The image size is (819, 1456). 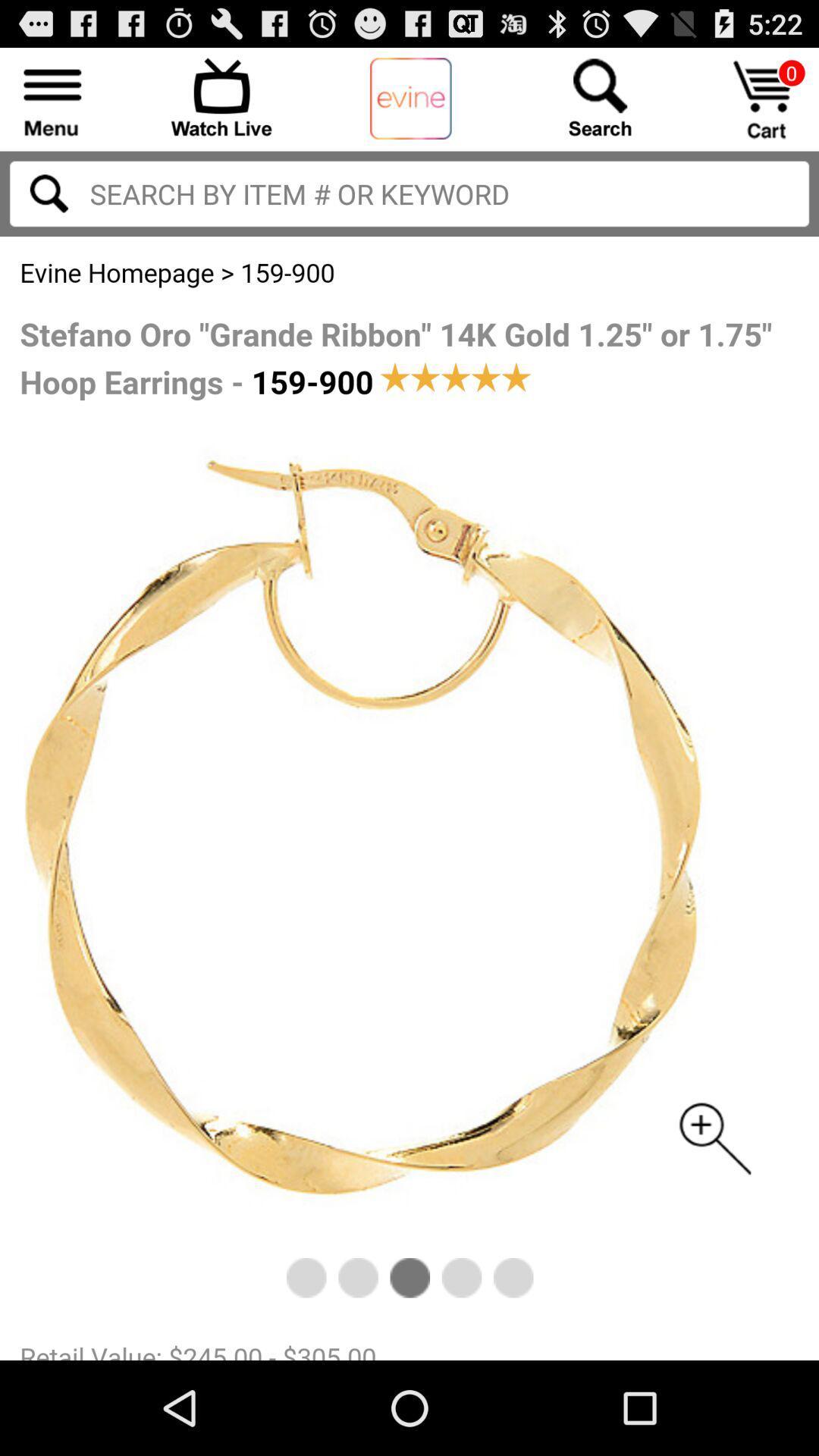 What do you see at coordinates (409, 797) in the screenshot?
I see `hoop earrings` at bounding box center [409, 797].